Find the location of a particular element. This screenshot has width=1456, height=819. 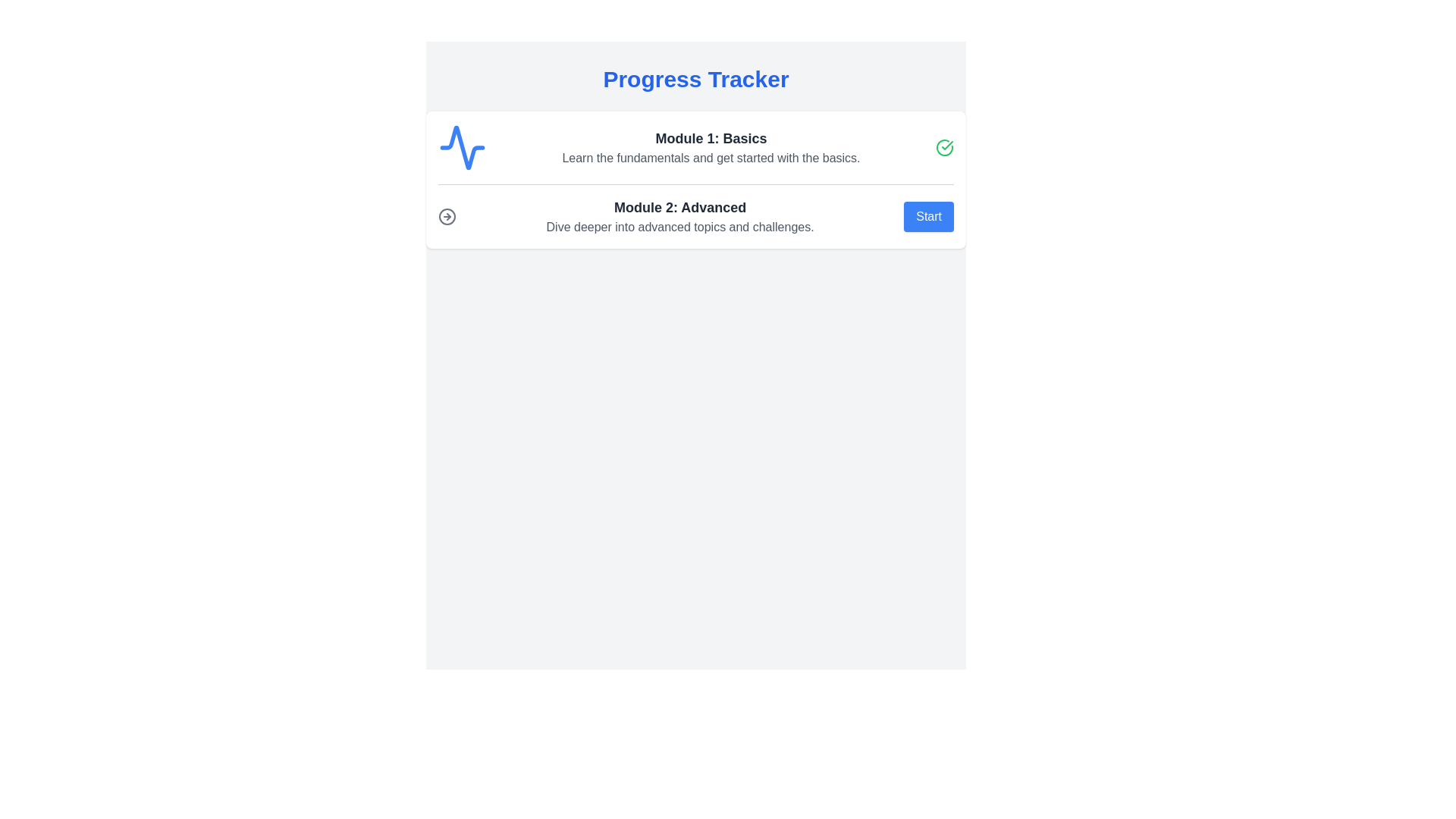

the green checkmark icon indicating successful completion at the end of the 'Module 1: Basics' row is located at coordinates (946, 146).